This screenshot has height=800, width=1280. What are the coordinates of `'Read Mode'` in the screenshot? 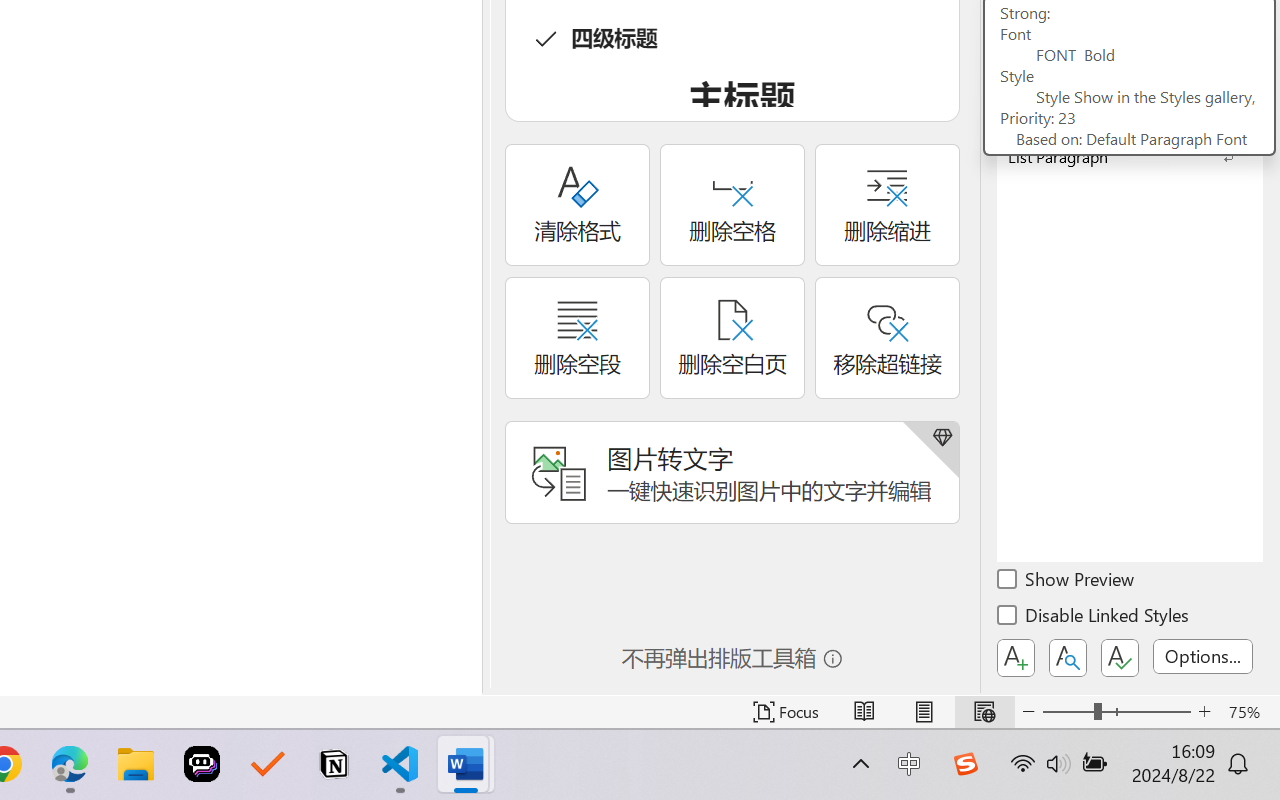 It's located at (864, 711).